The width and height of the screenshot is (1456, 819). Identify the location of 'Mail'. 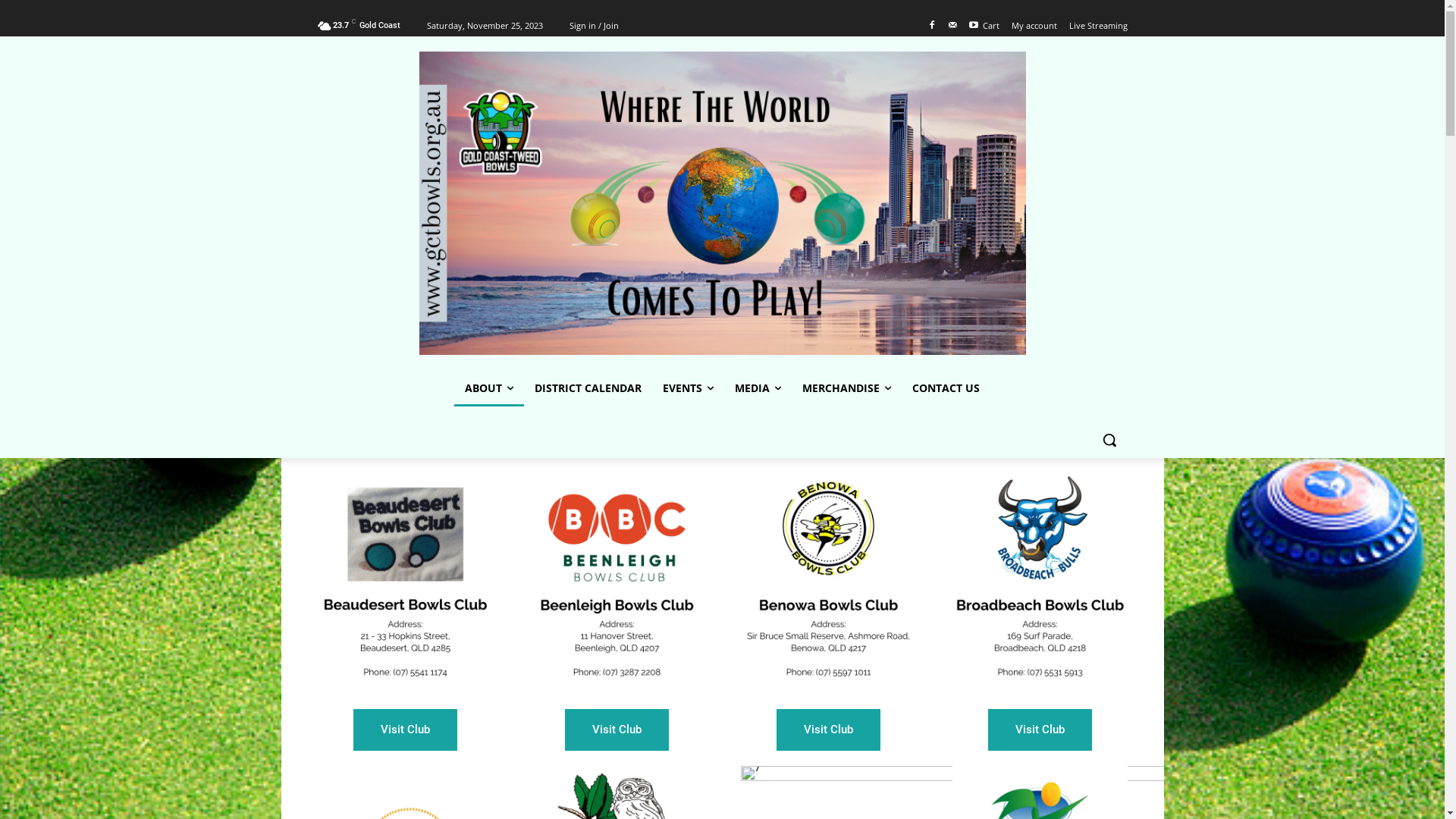
(952, 25).